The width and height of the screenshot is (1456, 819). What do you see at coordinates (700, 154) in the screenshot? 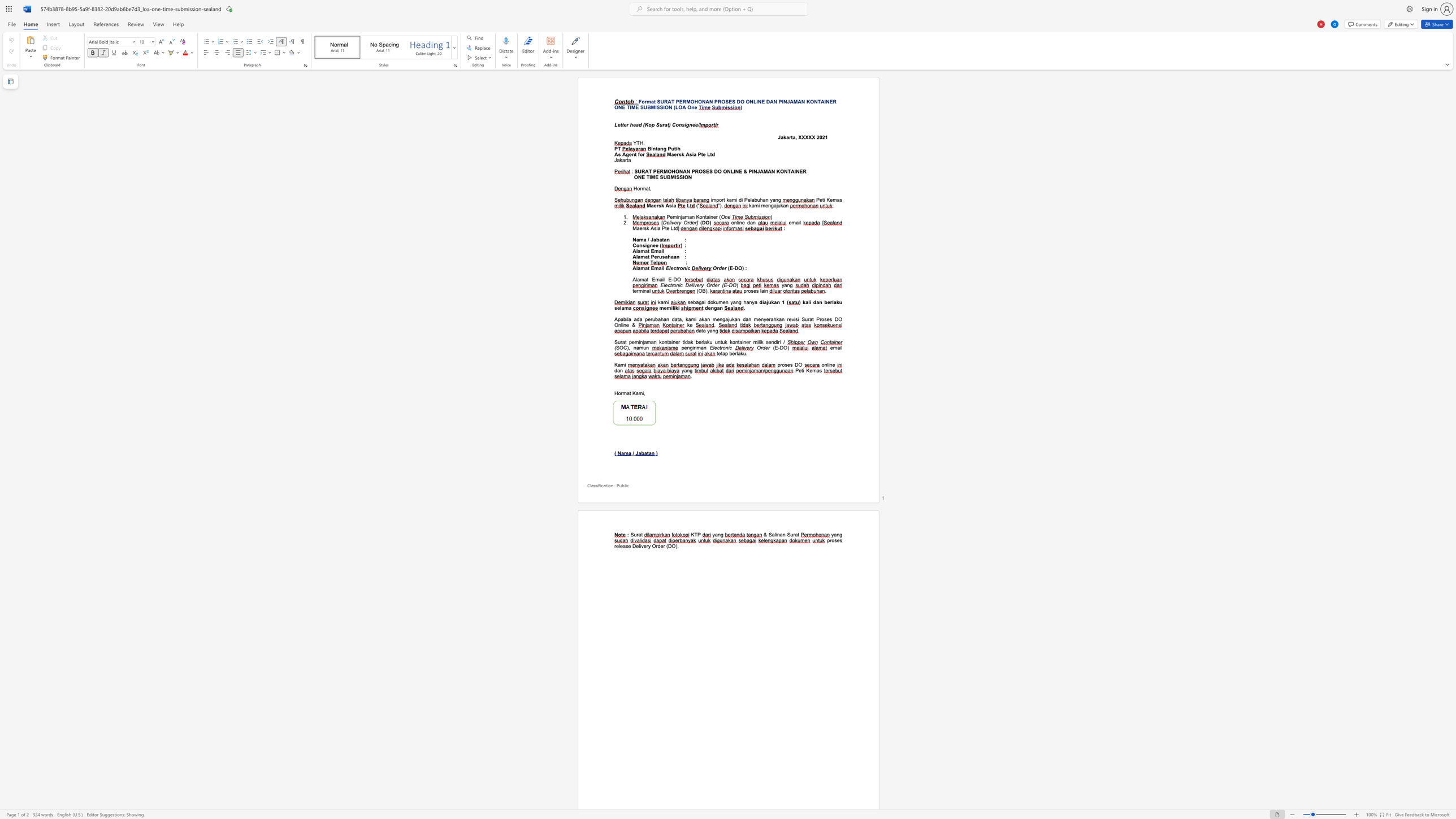
I see `the space between the continuous character "P" and "t" in the text` at bounding box center [700, 154].